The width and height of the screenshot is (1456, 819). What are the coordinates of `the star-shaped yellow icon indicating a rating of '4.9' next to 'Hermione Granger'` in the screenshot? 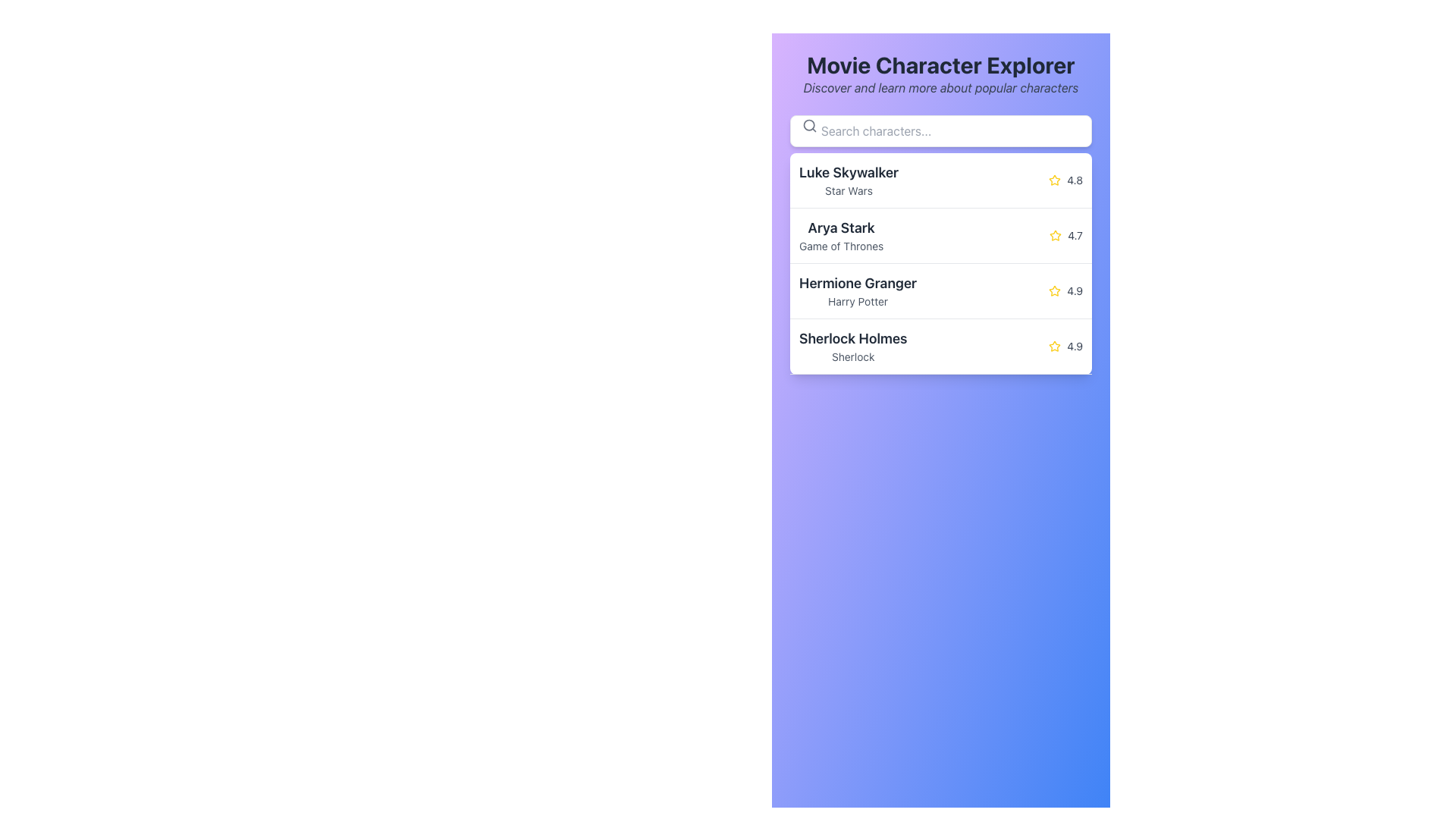 It's located at (1054, 291).